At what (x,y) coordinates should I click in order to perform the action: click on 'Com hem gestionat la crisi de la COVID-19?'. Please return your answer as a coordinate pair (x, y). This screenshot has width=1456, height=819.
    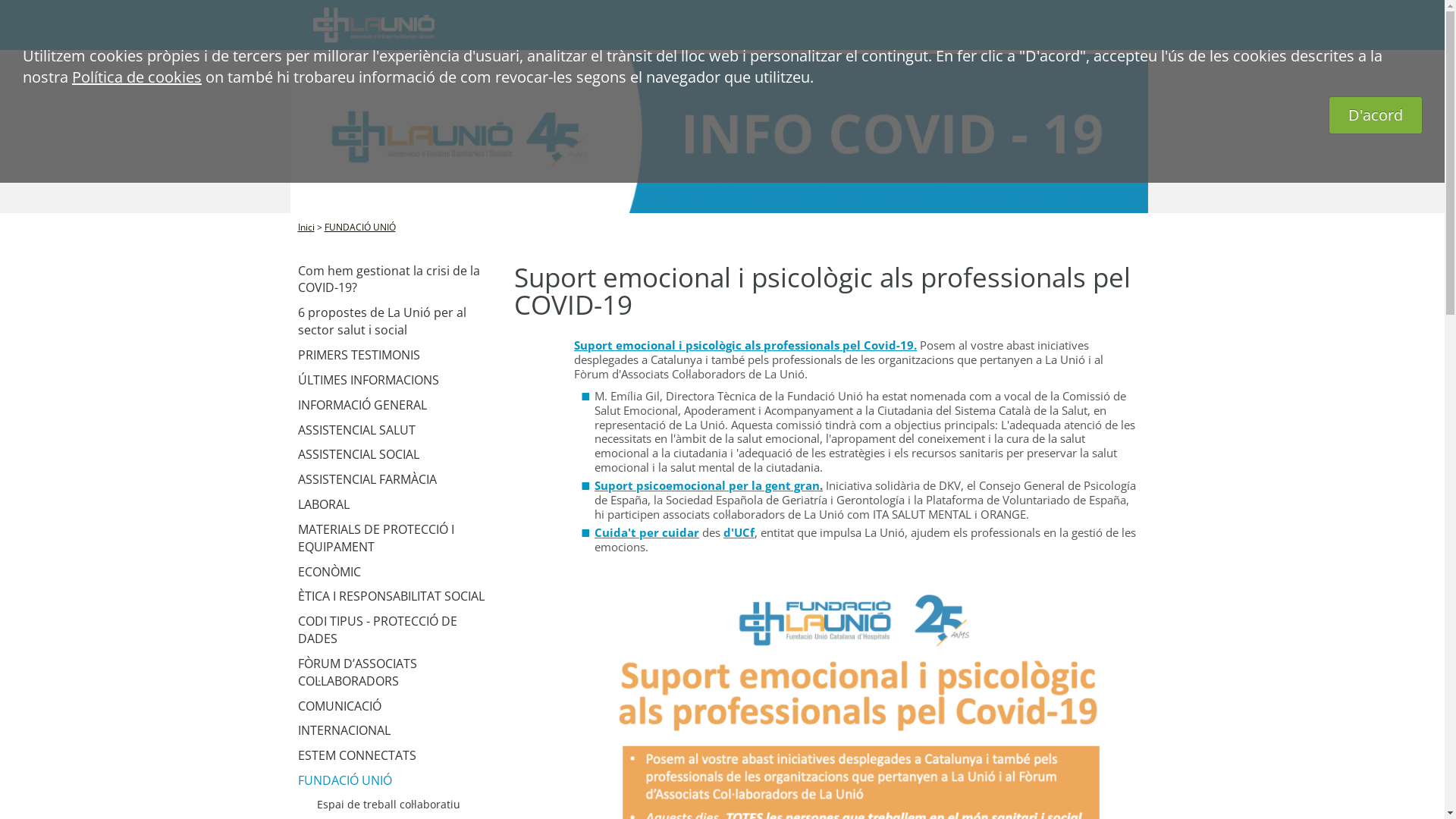
    Looking at the image, I should click on (397, 280).